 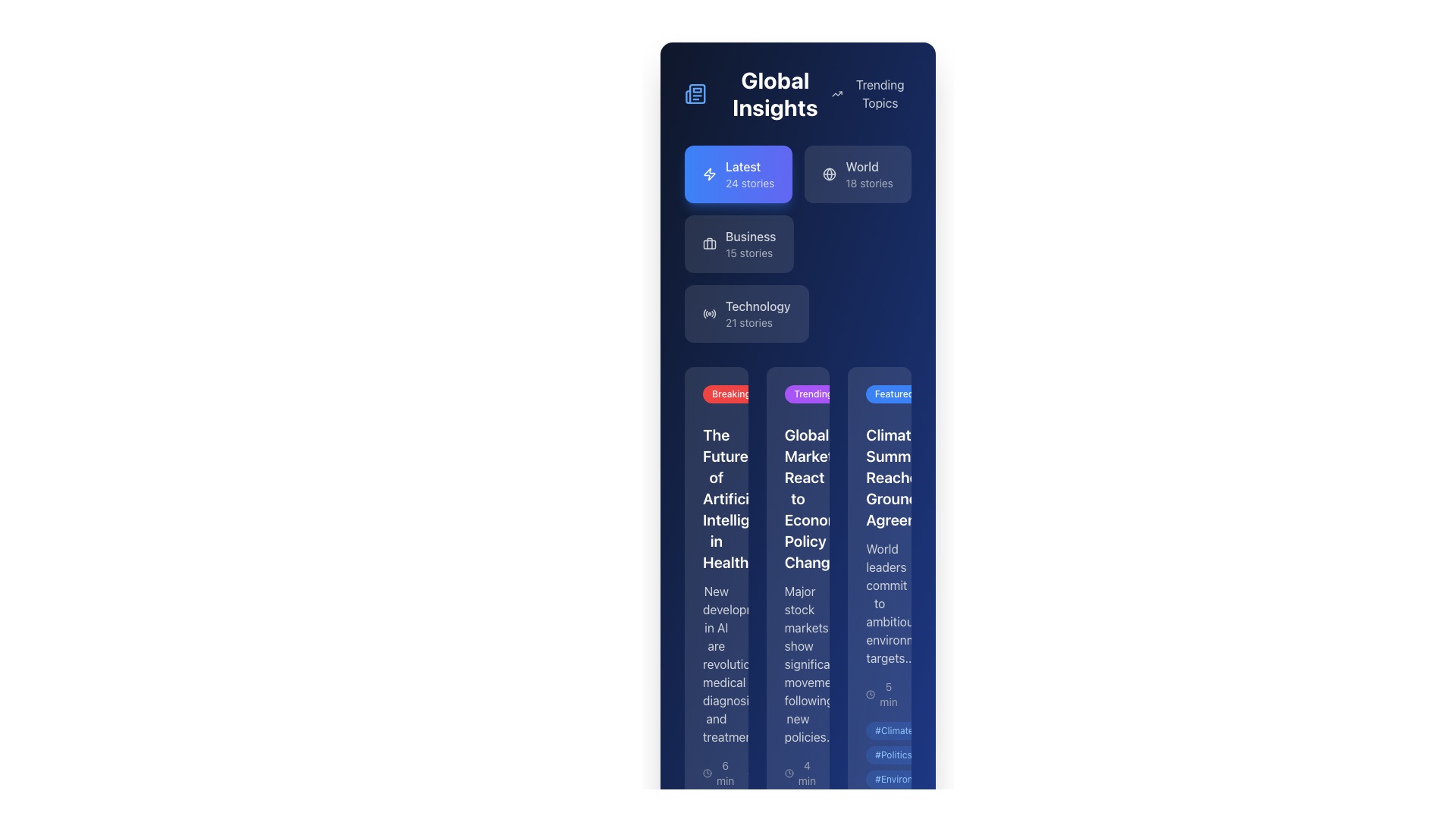 I want to click on the text label displaying '156' located beside the speech bubble icon at the bottom right corner of the card, so click(x=903, y=773).